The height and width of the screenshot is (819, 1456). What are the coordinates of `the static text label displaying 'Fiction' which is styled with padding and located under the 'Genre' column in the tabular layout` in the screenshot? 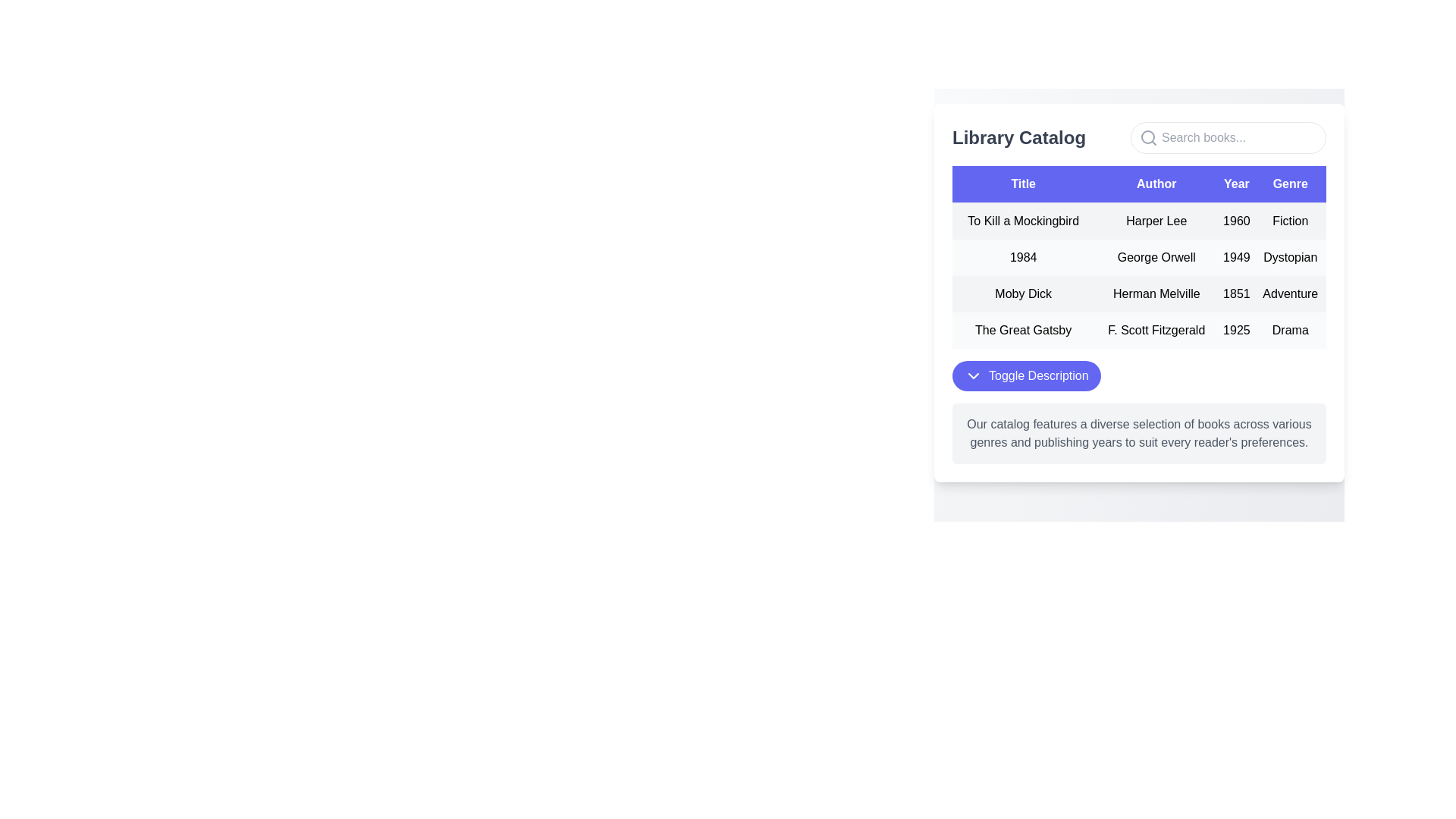 It's located at (1289, 221).